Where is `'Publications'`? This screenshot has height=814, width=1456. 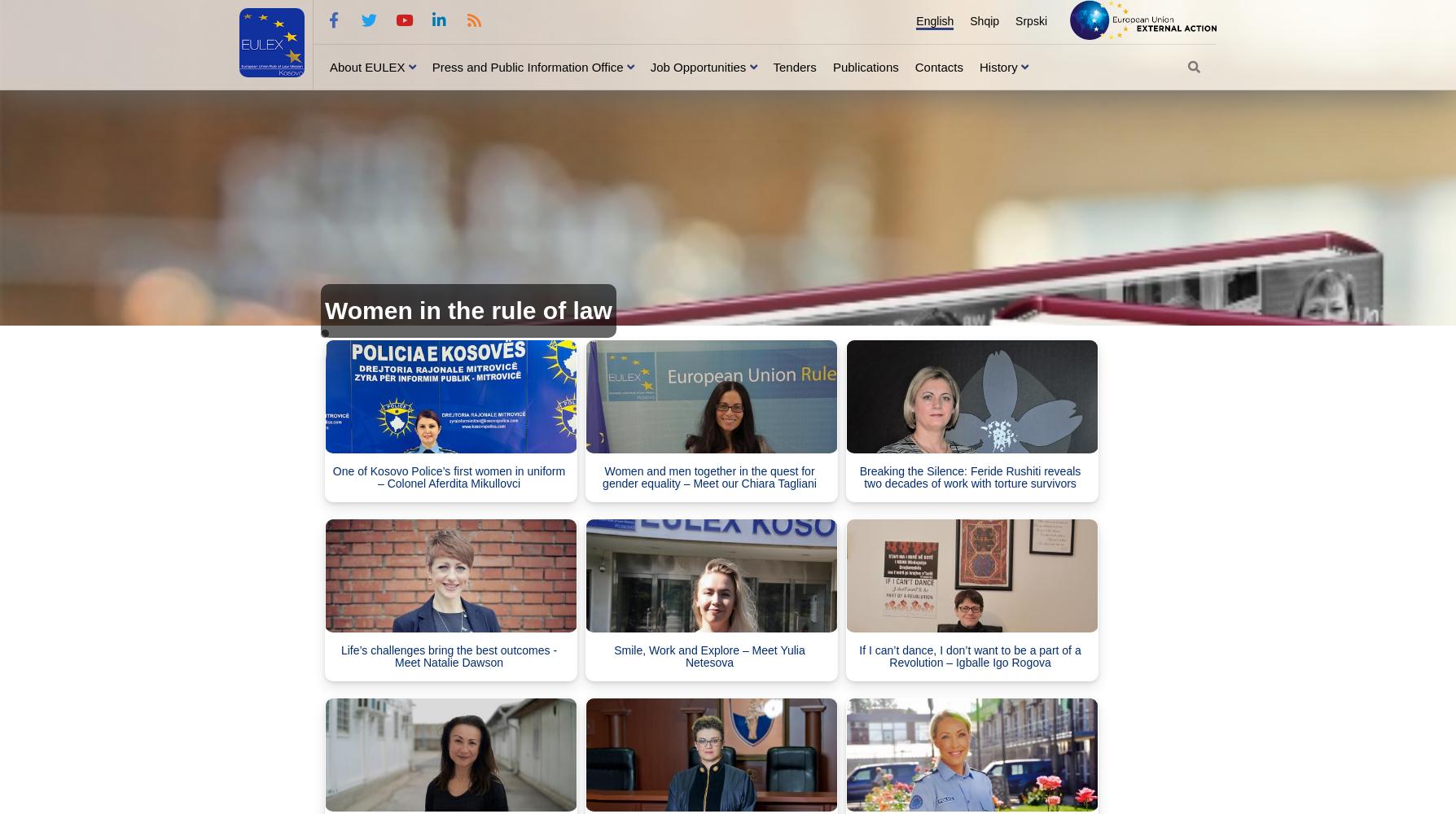
'Publications' is located at coordinates (865, 65).